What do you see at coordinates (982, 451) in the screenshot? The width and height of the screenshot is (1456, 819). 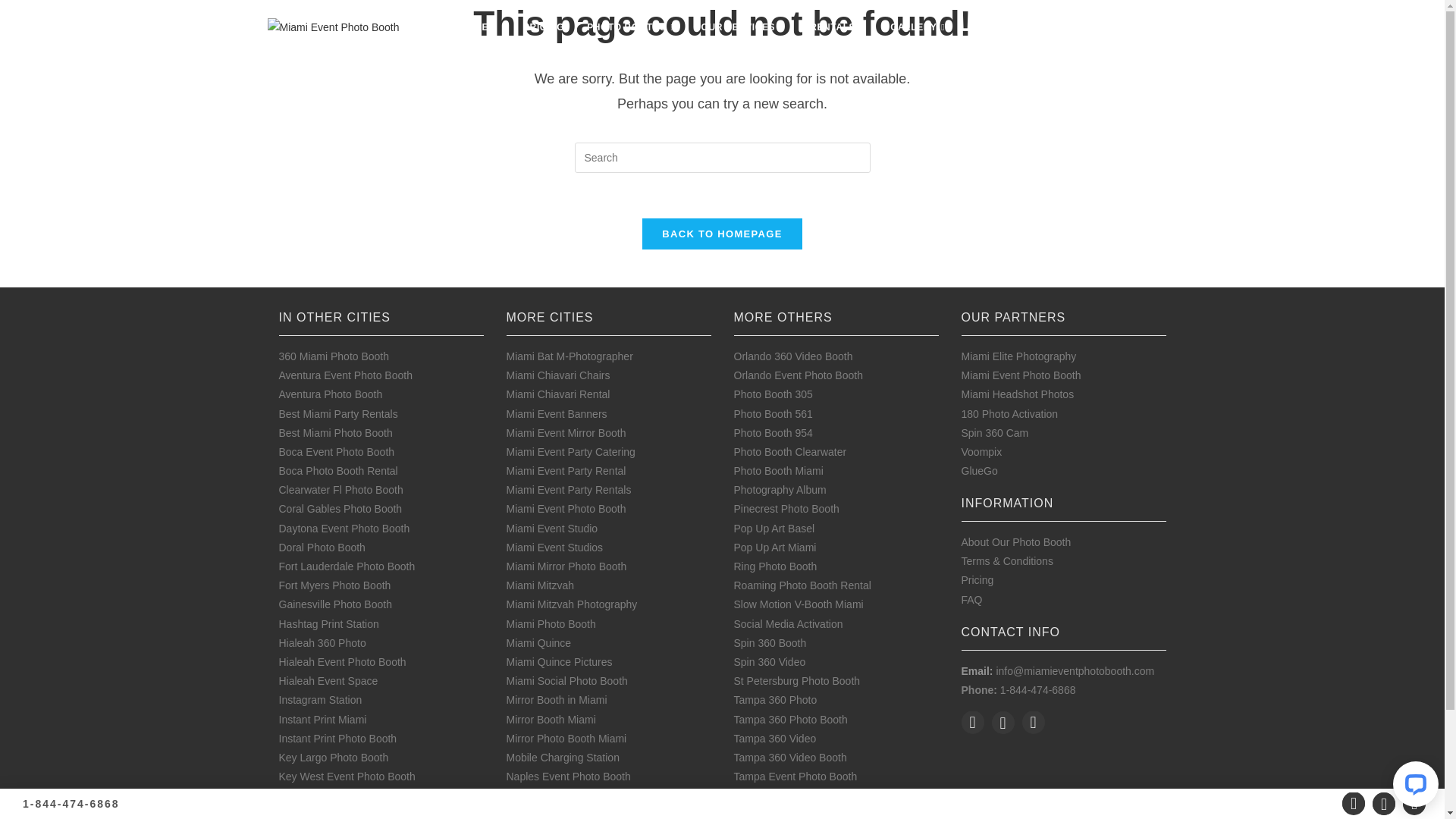 I see `'Voompix'` at bounding box center [982, 451].